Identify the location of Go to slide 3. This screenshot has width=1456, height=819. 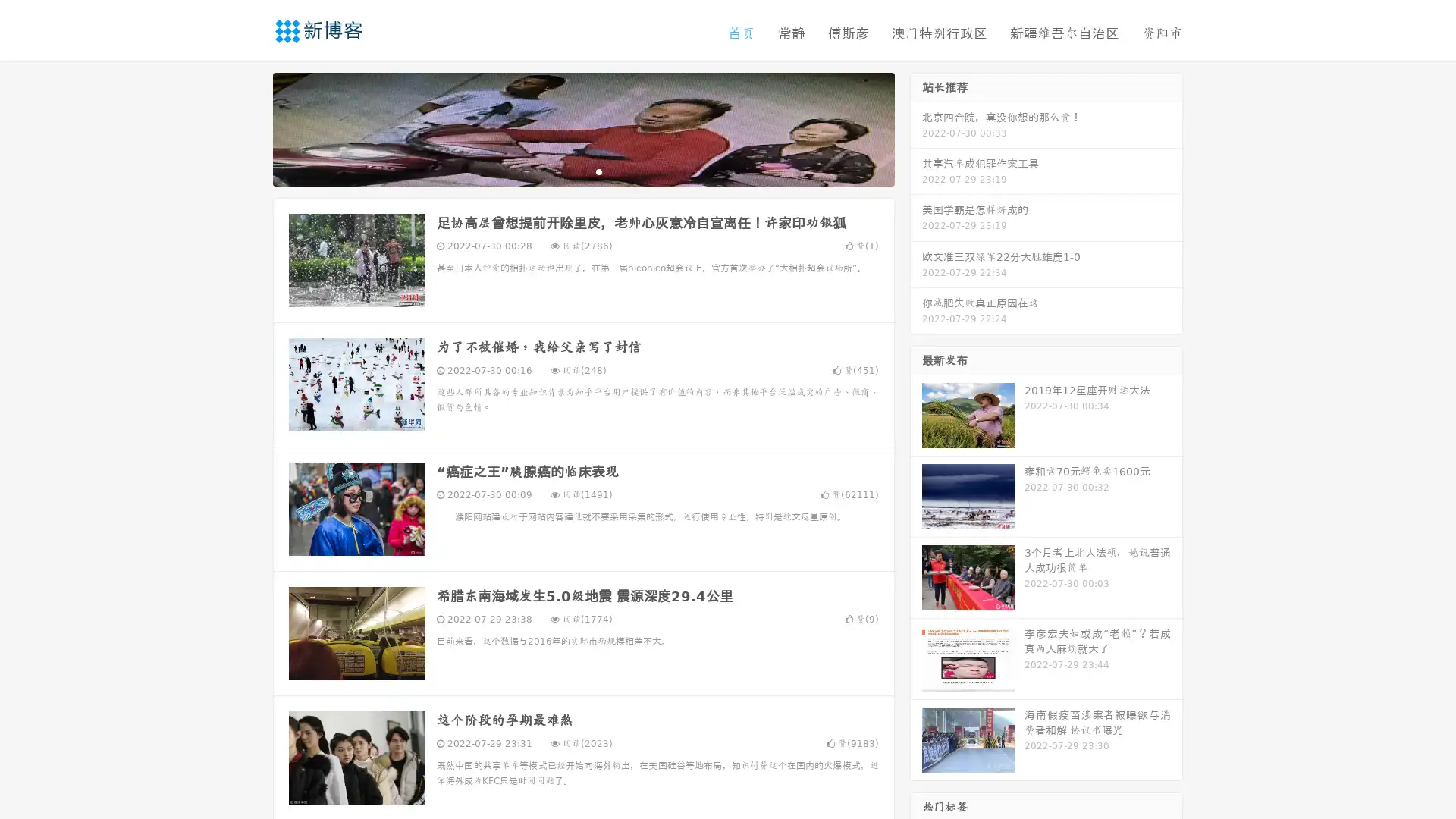
(598, 171).